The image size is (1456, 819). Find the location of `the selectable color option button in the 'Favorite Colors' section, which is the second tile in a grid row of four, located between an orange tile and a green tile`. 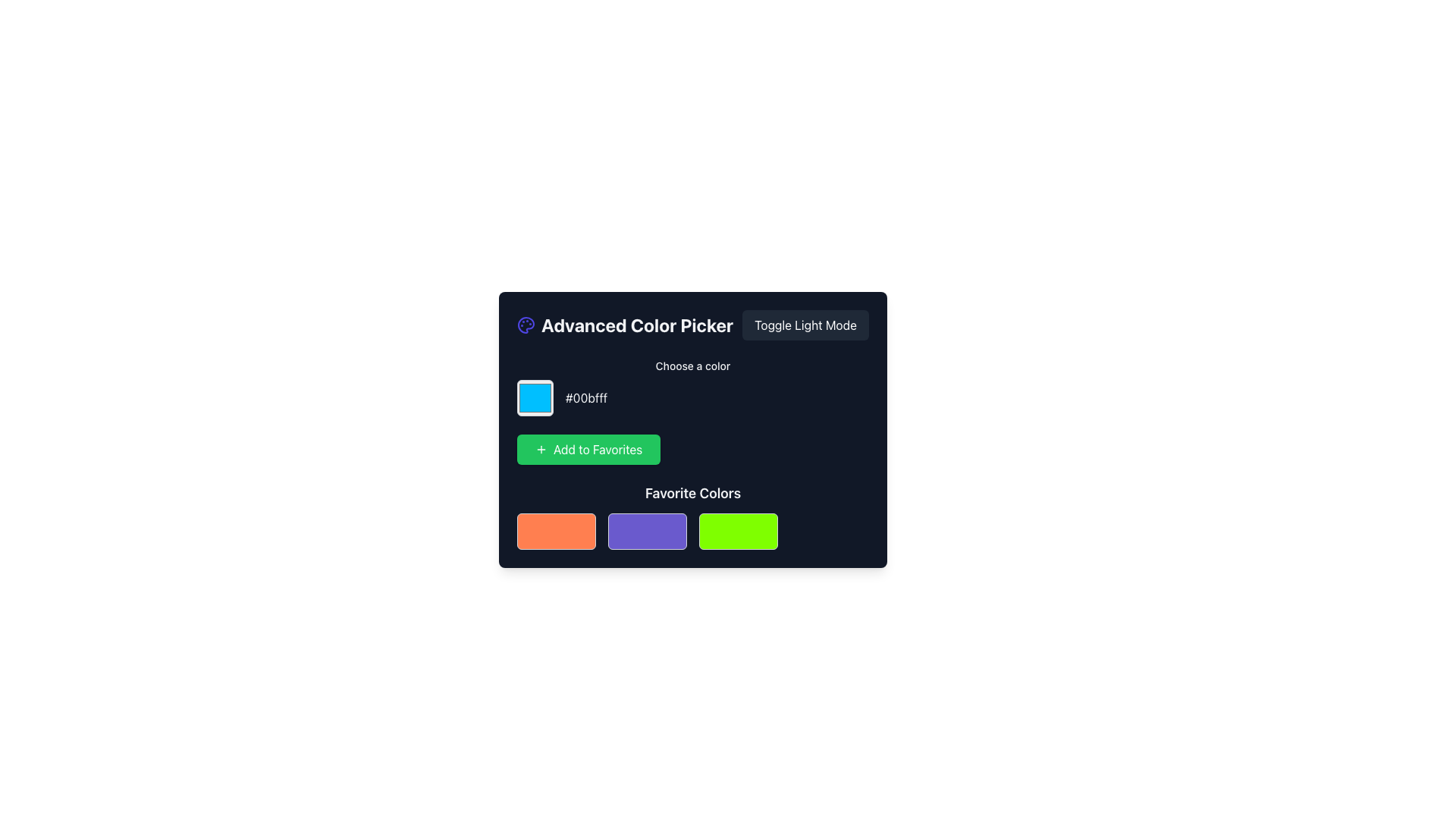

the selectable color option button in the 'Favorite Colors' section, which is the second tile in a grid row of four, located between an orange tile and a green tile is located at coordinates (648, 531).